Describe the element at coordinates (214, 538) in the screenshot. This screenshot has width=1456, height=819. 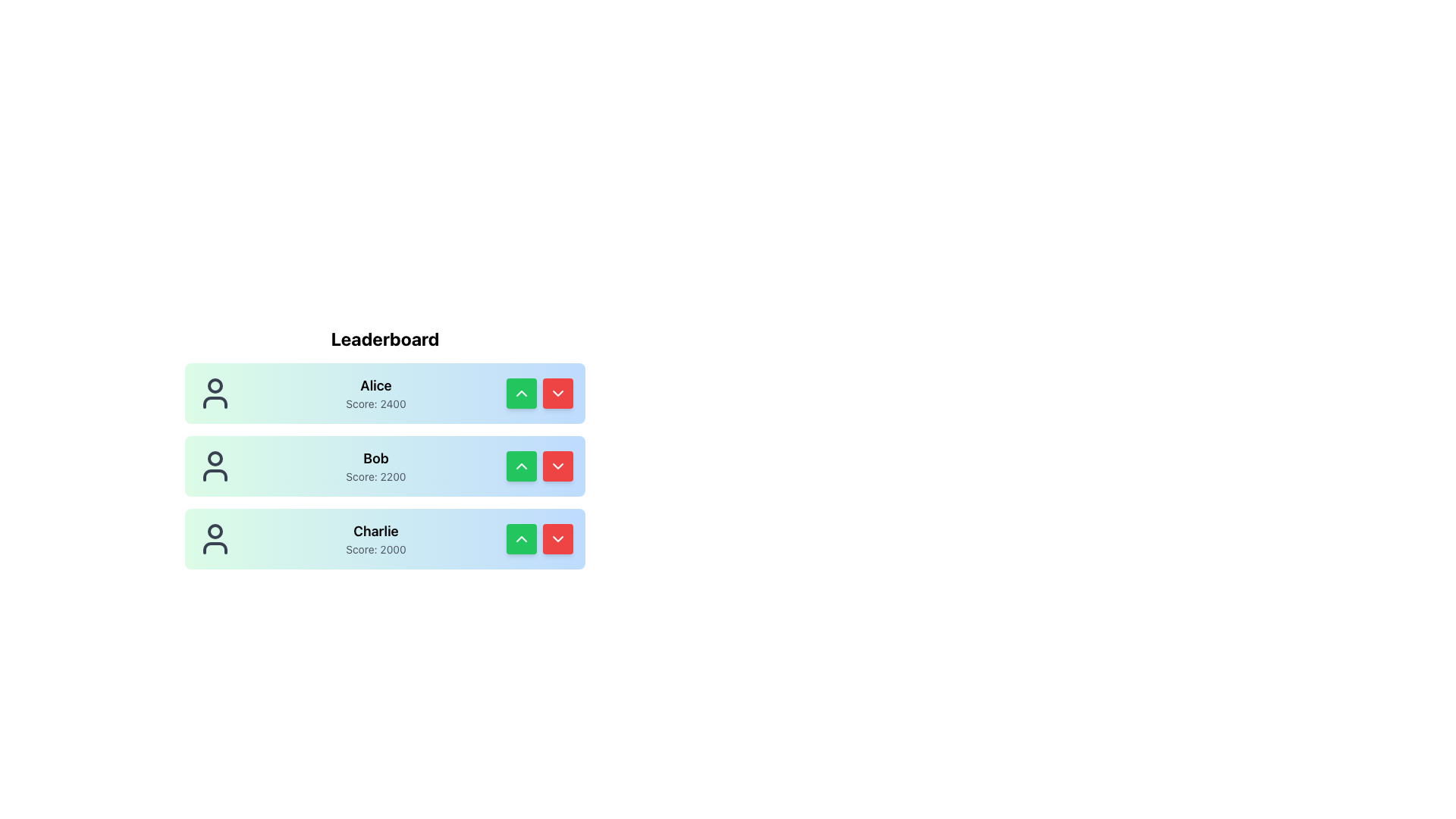
I see `the user silhouette SVG icon representing the user 'Charlie' in the leaderboard, which is the third icon in a vertical sequence` at that location.